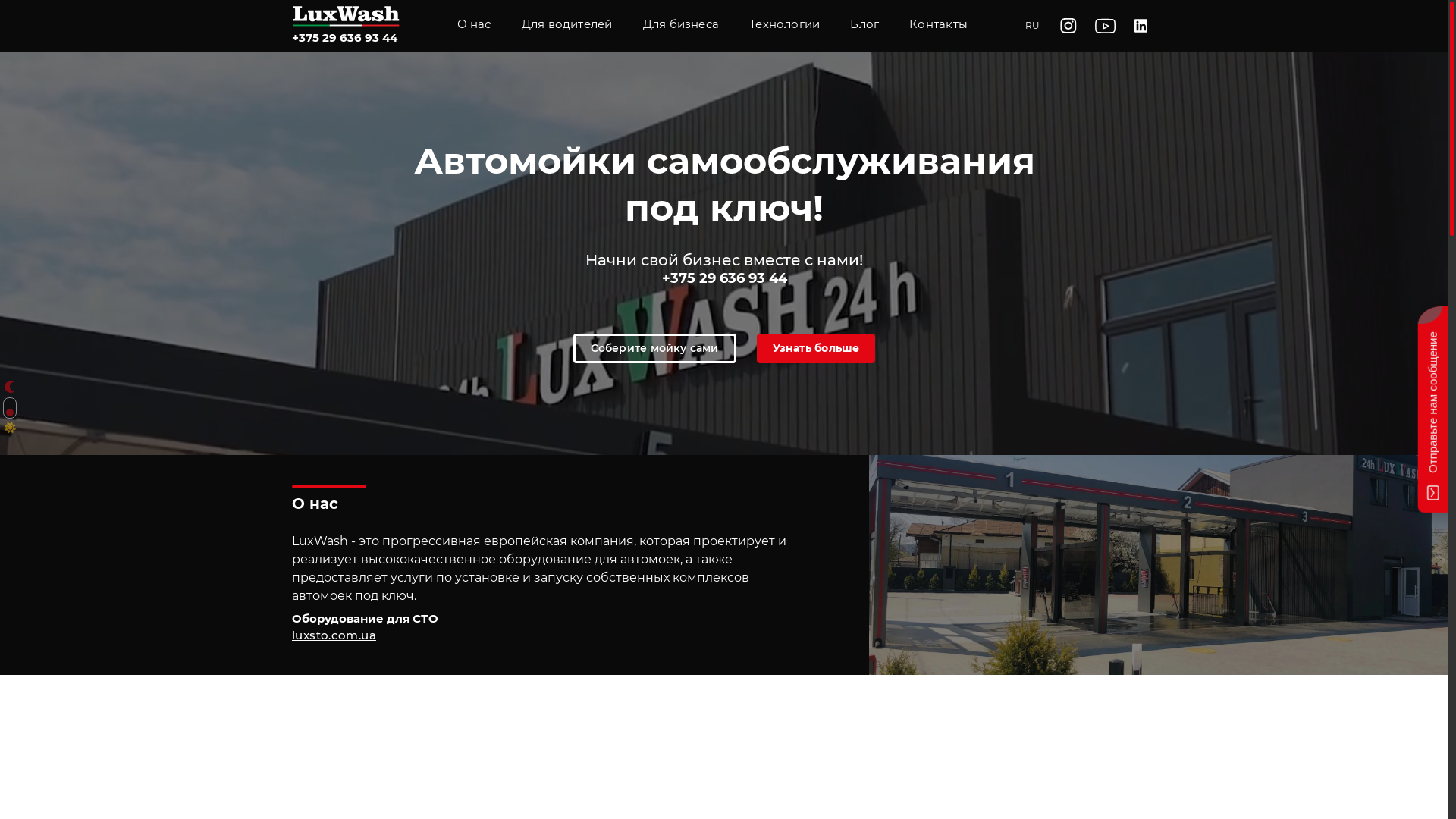  Describe the element at coordinates (291, 635) in the screenshot. I see `'luxsto.com.ua'` at that location.